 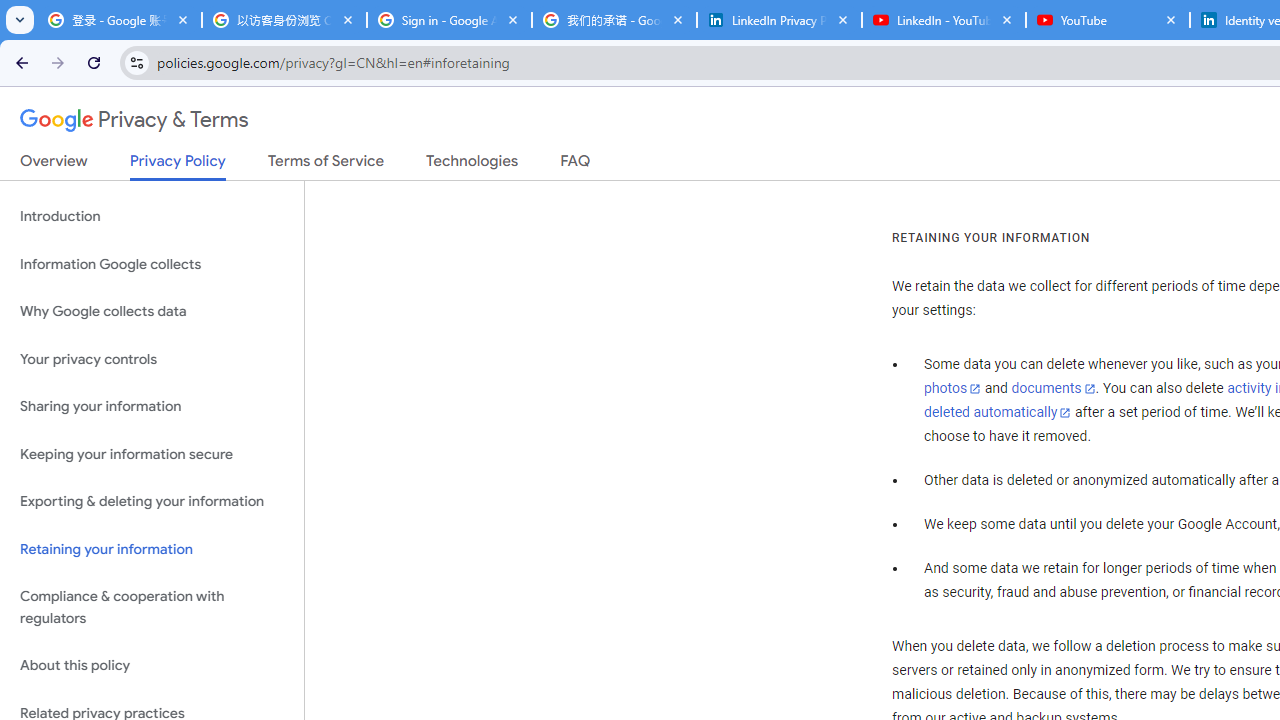 I want to click on 'Sign in - Google Accounts', so click(x=448, y=20).